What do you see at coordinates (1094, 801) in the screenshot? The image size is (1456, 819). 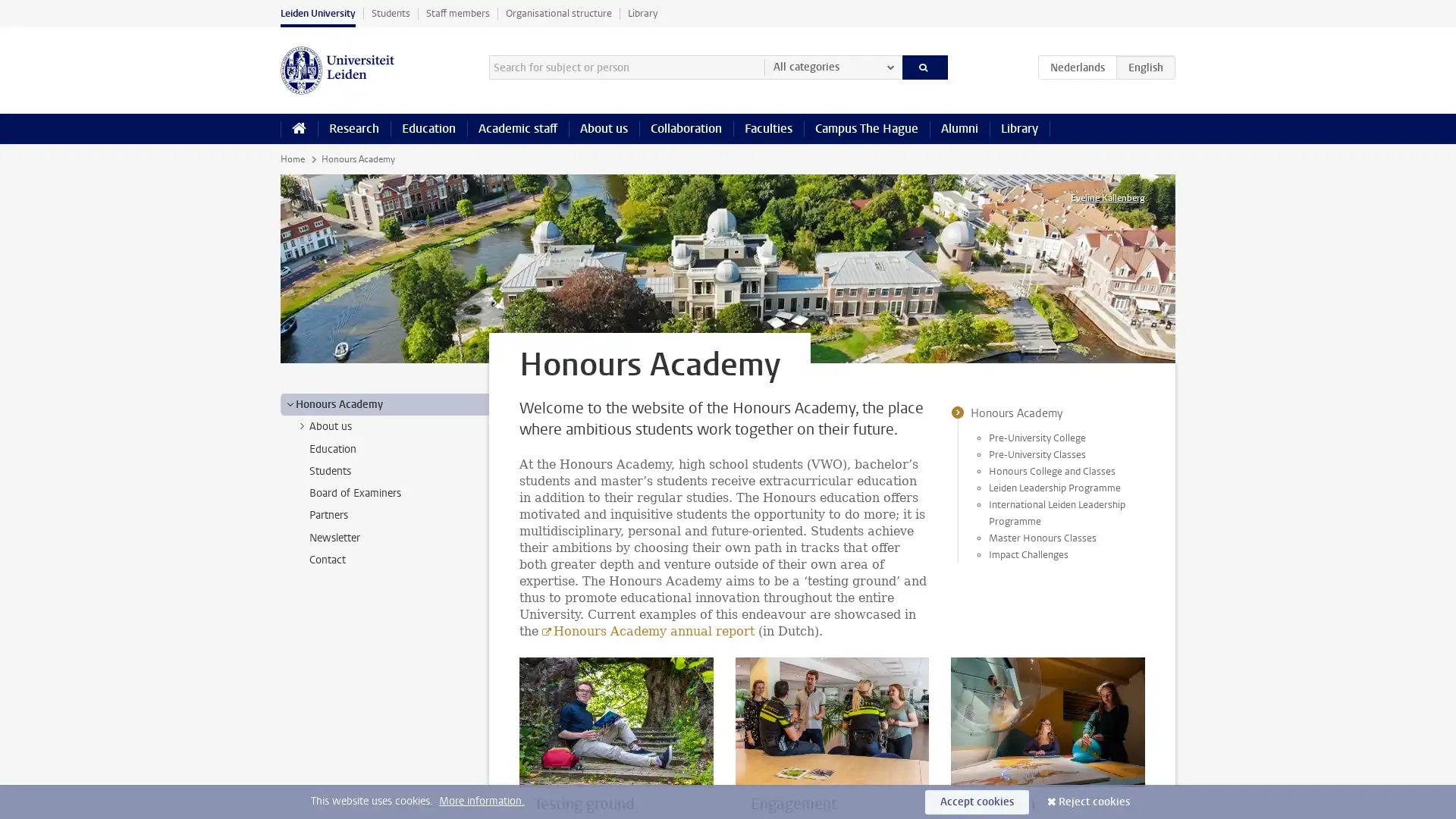 I see `Reject cookies` at bounding box center [1094, 801].